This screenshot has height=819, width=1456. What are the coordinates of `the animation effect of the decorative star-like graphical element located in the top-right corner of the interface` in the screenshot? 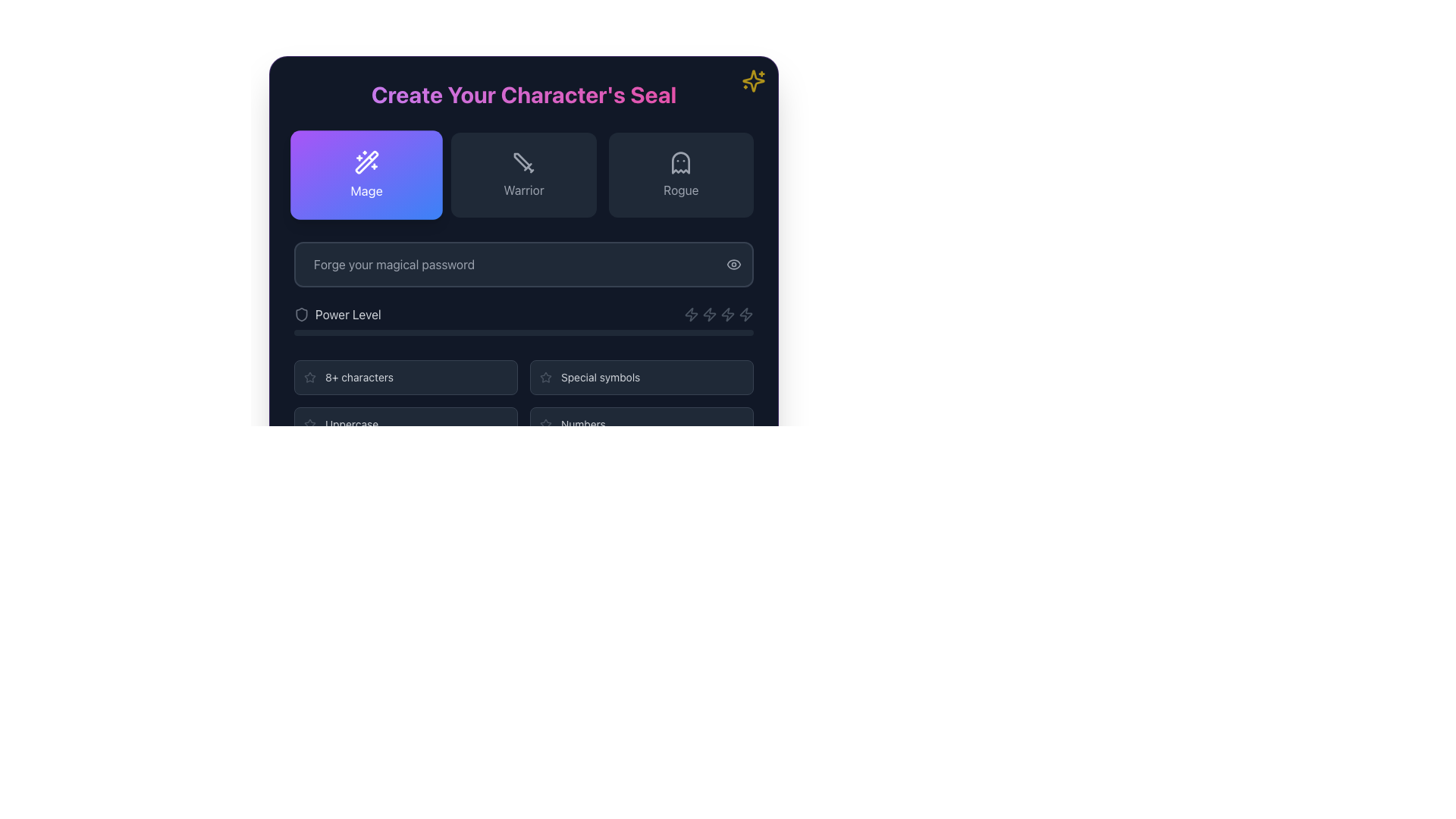 It's located at (753, 81).